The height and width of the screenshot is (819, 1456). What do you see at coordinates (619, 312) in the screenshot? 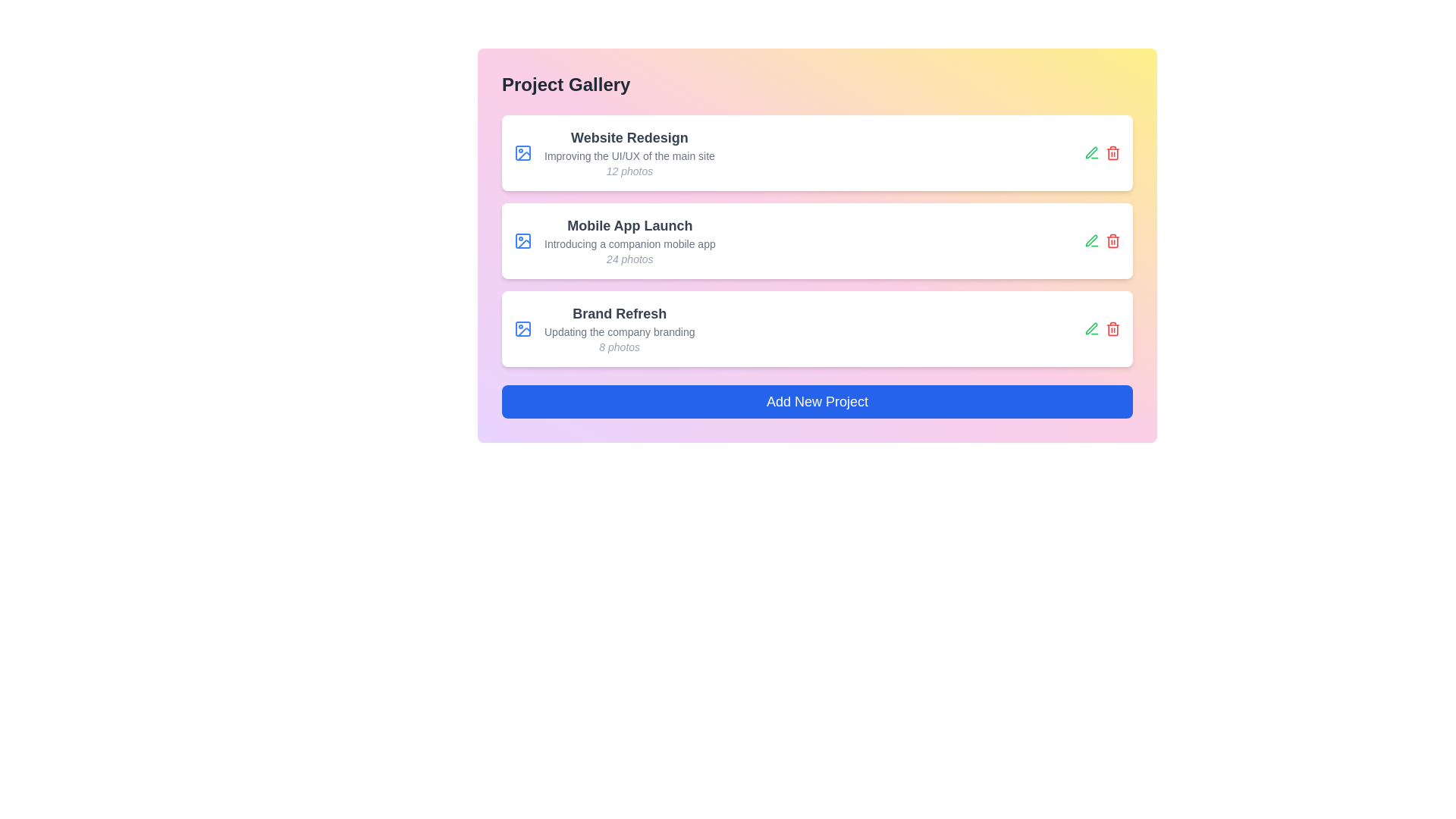
I see `the project with title Brand Refresh` at bounding box center [619, 312].